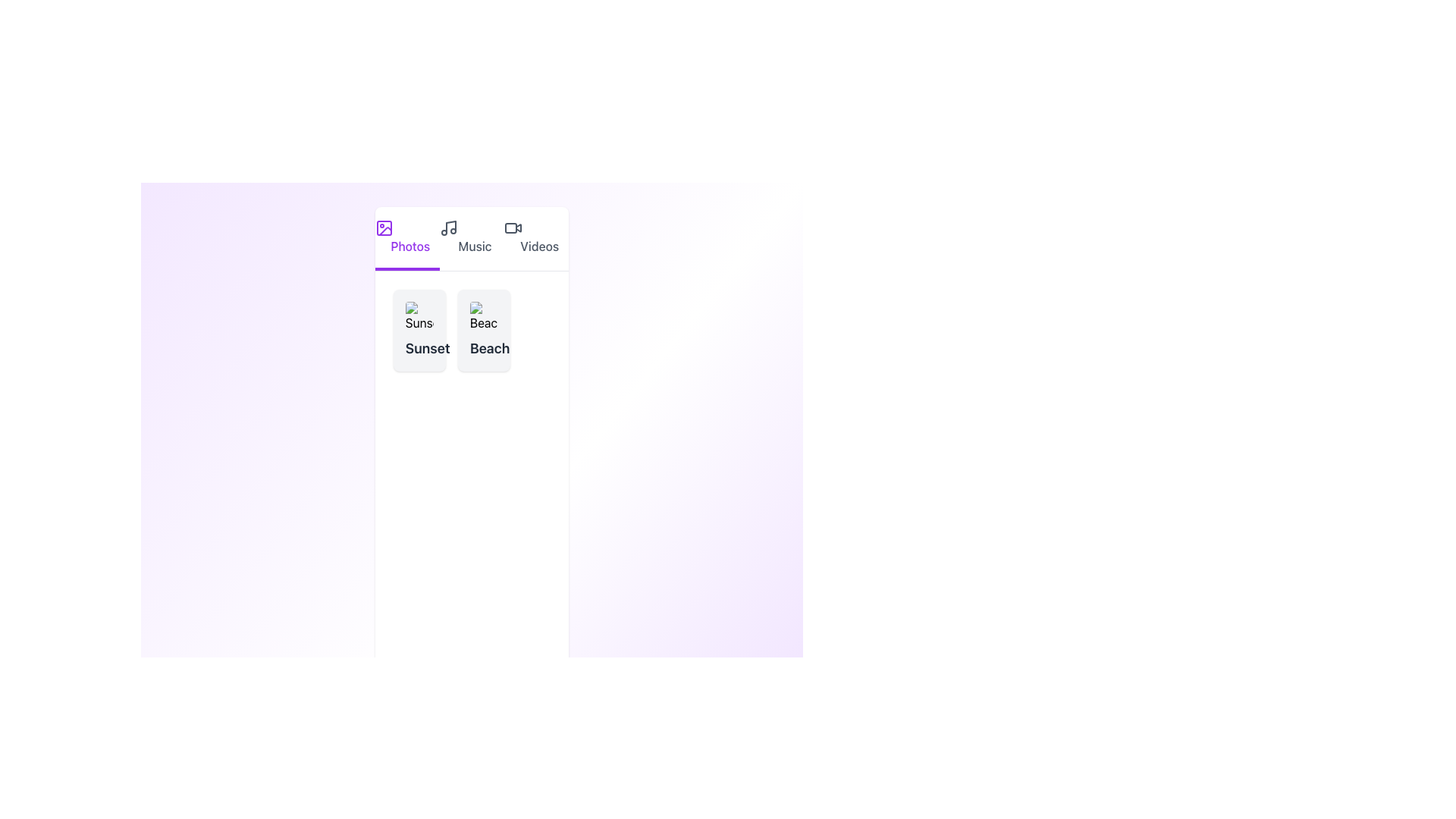 The height and width of the screenshot is (819, 1456). What do you see at coordinates (419, 329) in the screenshot?
I see `on the first card in the grid layout under the 'Photos' tab, which features a light gray background, rounded borders, and the text 'Sunset' in bold` at bounding box center [419, 329].